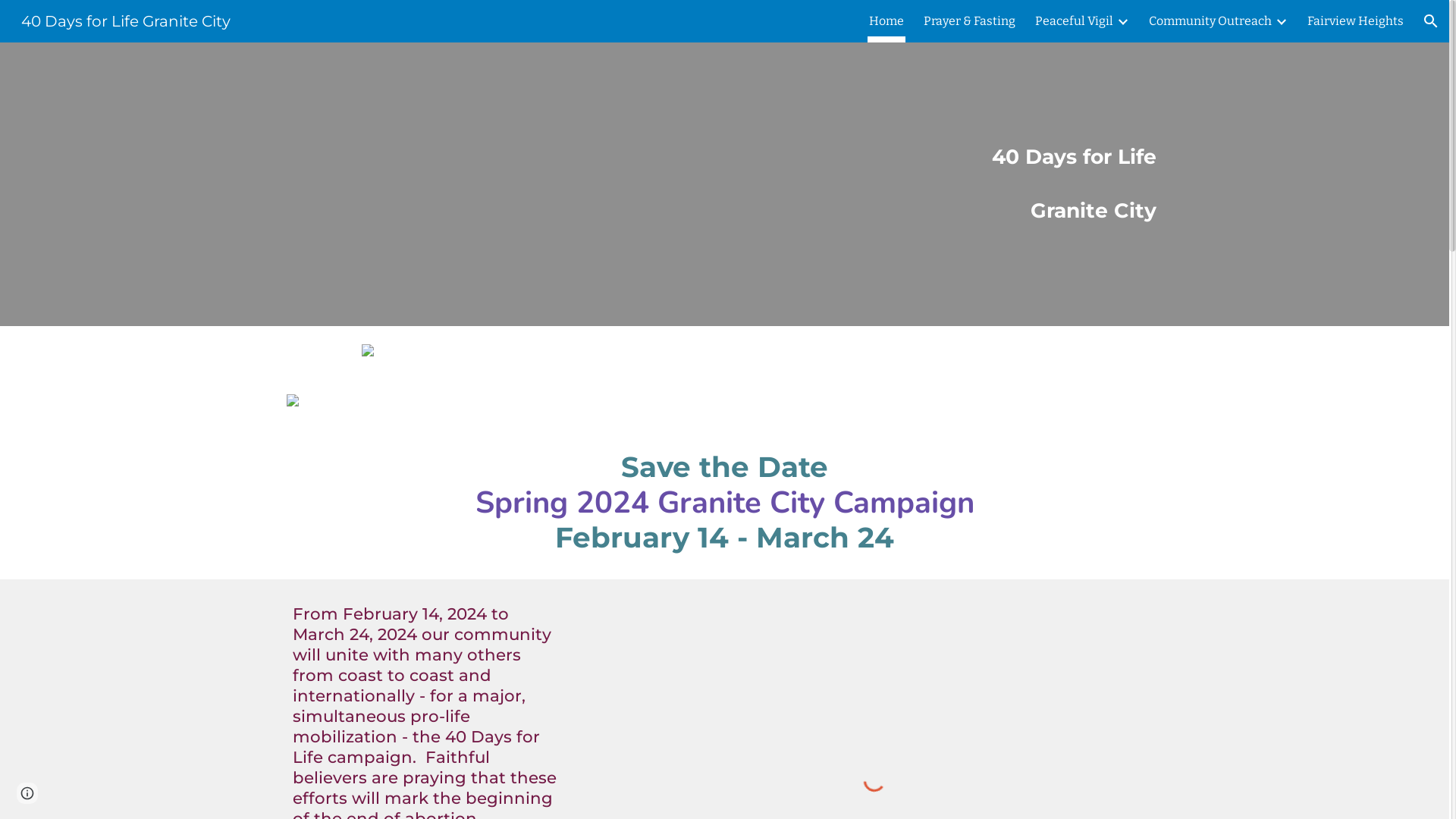 This screenshot has height=819, width=1456. I want to click on 'Fairview Heights', so click(1355, 20).